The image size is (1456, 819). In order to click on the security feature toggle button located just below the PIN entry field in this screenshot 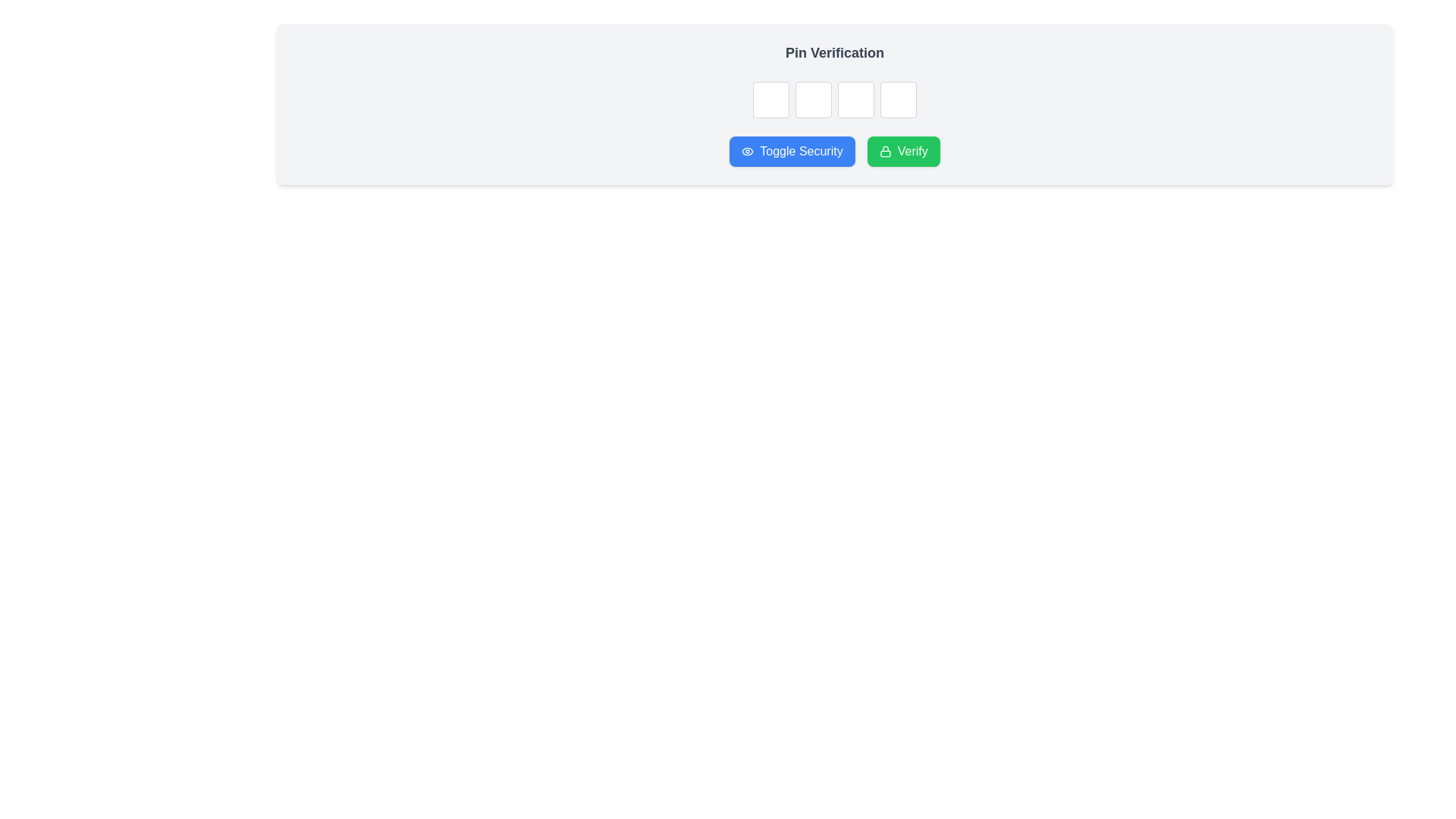, I will do `click(792, 152)`.